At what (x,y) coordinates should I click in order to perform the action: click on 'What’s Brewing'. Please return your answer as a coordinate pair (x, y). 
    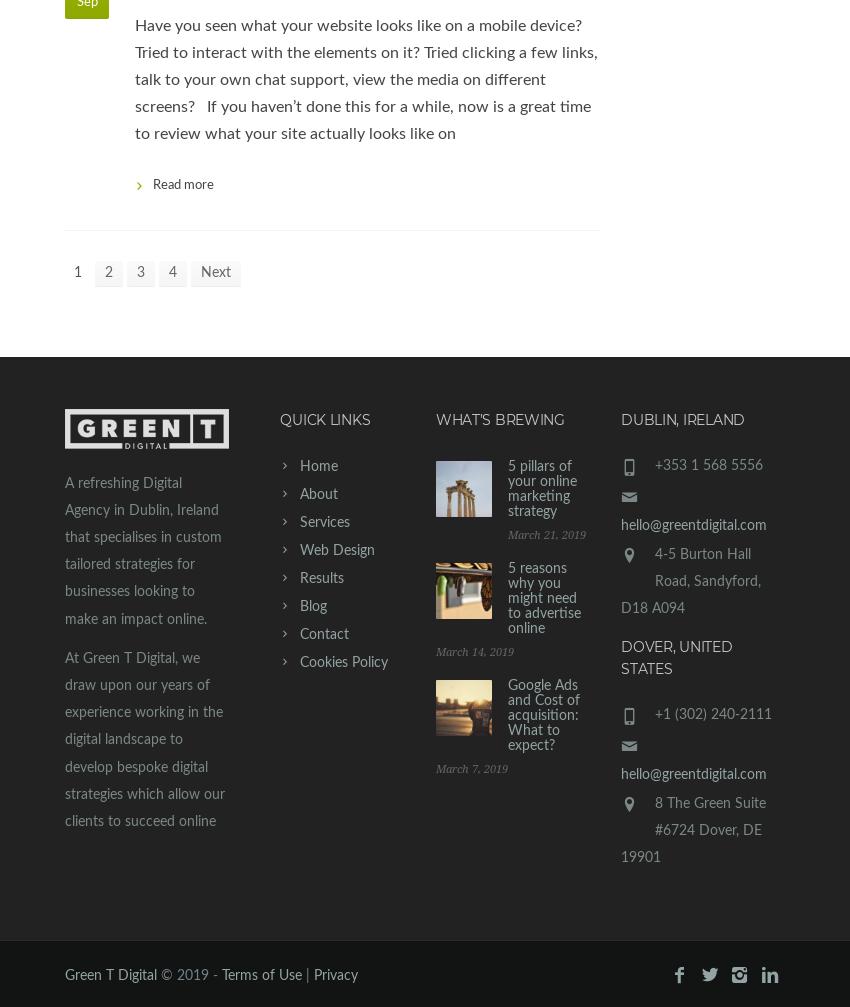
    Looking at the image, I should click on (499, 419).